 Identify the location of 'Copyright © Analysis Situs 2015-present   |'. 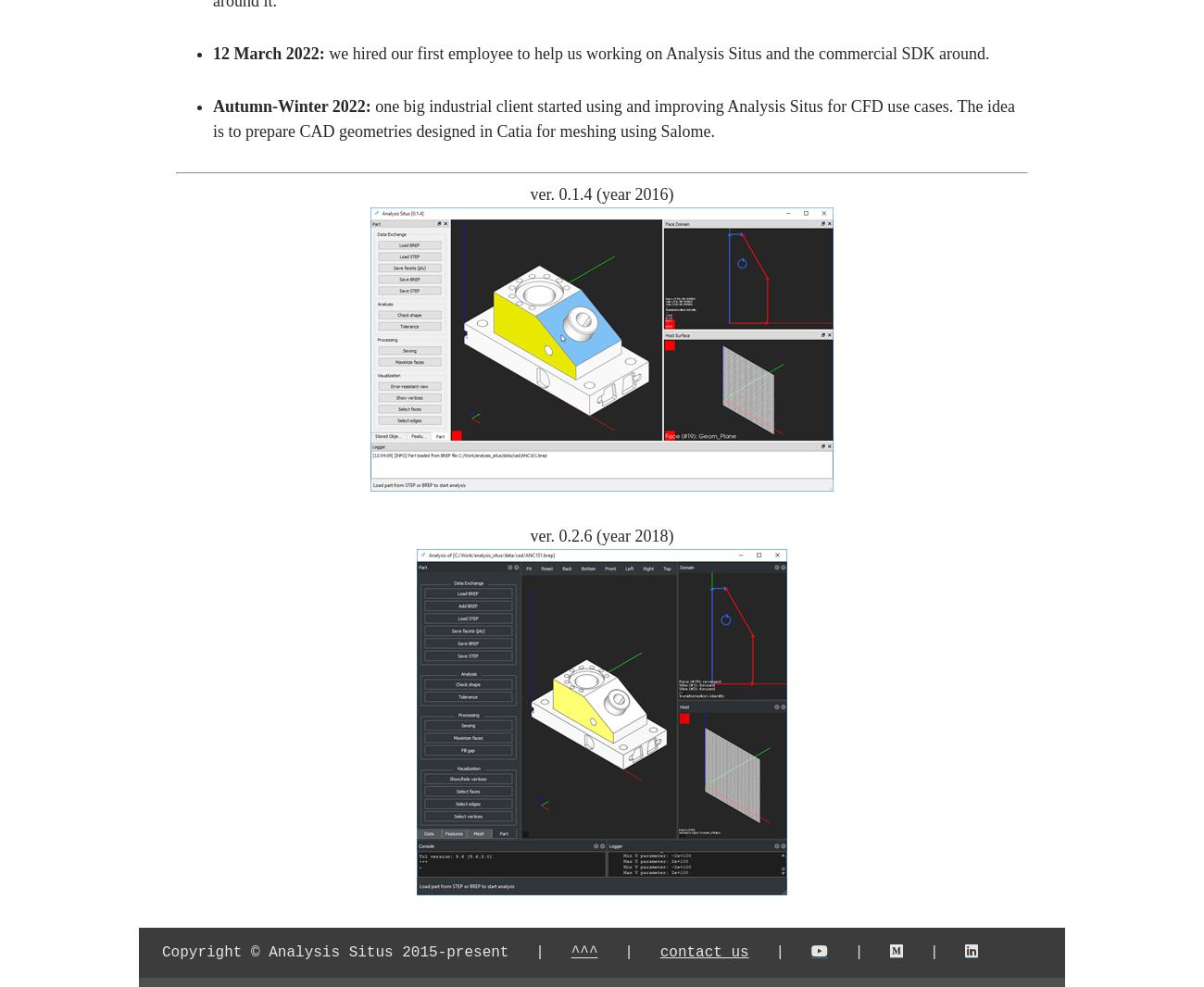
(366, 953).